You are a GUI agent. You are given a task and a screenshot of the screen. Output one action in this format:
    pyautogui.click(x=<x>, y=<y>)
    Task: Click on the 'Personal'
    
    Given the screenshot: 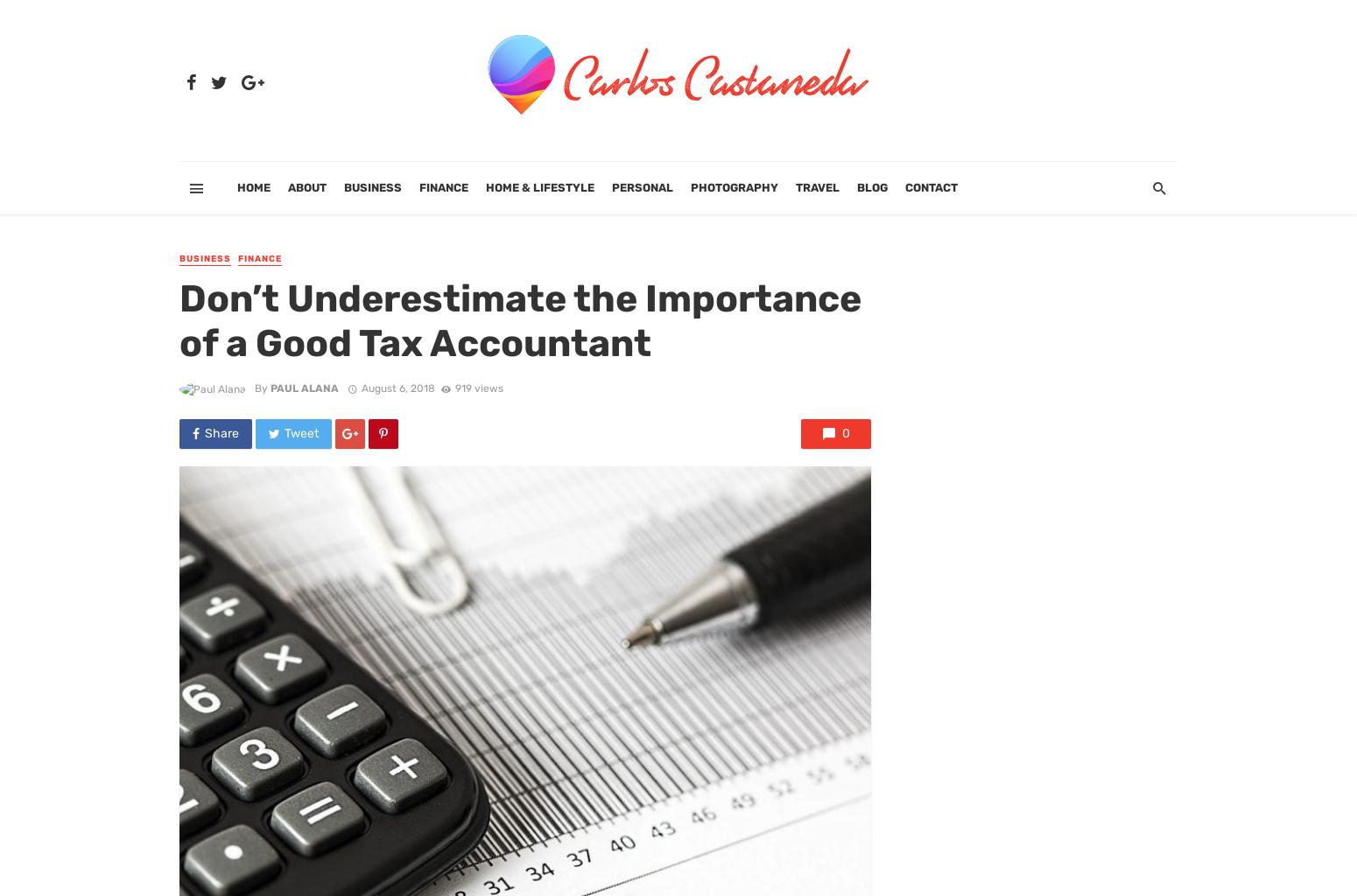 What is the action you would take?
    pyautogui.click(x=642, y=186)
    